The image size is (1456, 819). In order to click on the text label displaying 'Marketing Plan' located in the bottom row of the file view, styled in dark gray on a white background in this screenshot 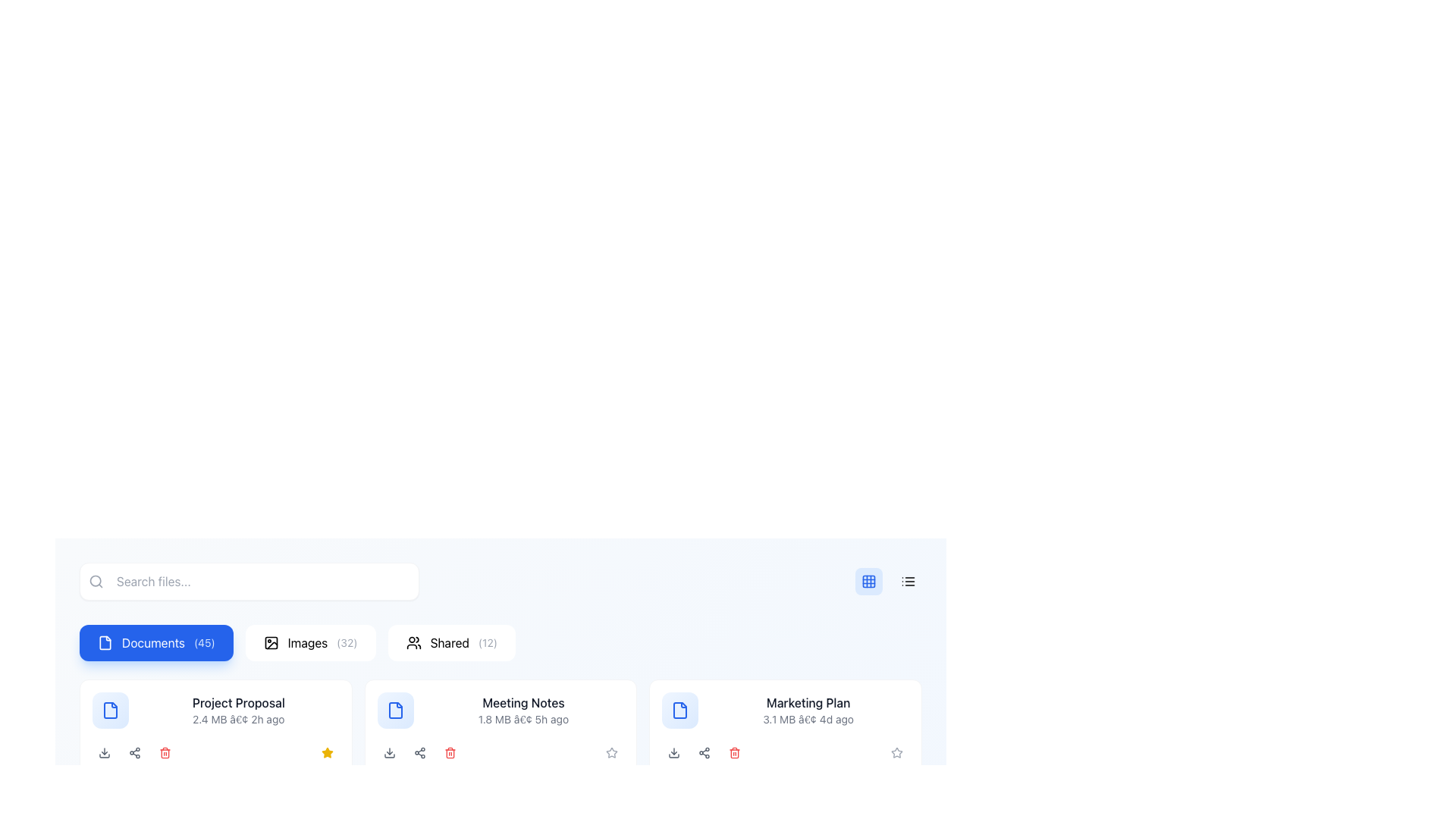, I will do `click(808, 702)`.